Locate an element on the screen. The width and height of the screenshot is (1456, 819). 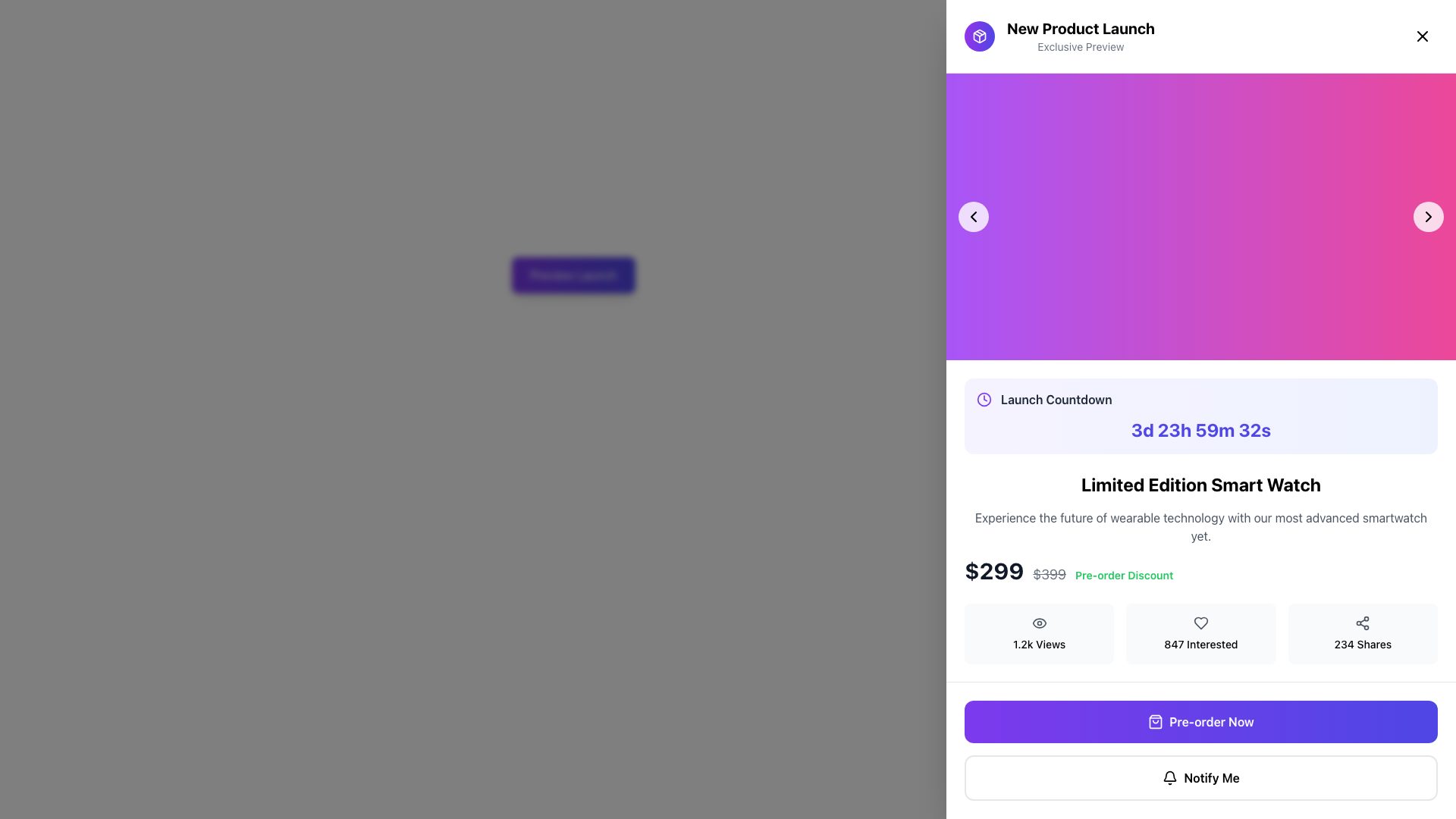
text 'New Product Launch' from the title section located at the top-right corner of the page, to the left of the close button is located at coordinates (1059, 35).